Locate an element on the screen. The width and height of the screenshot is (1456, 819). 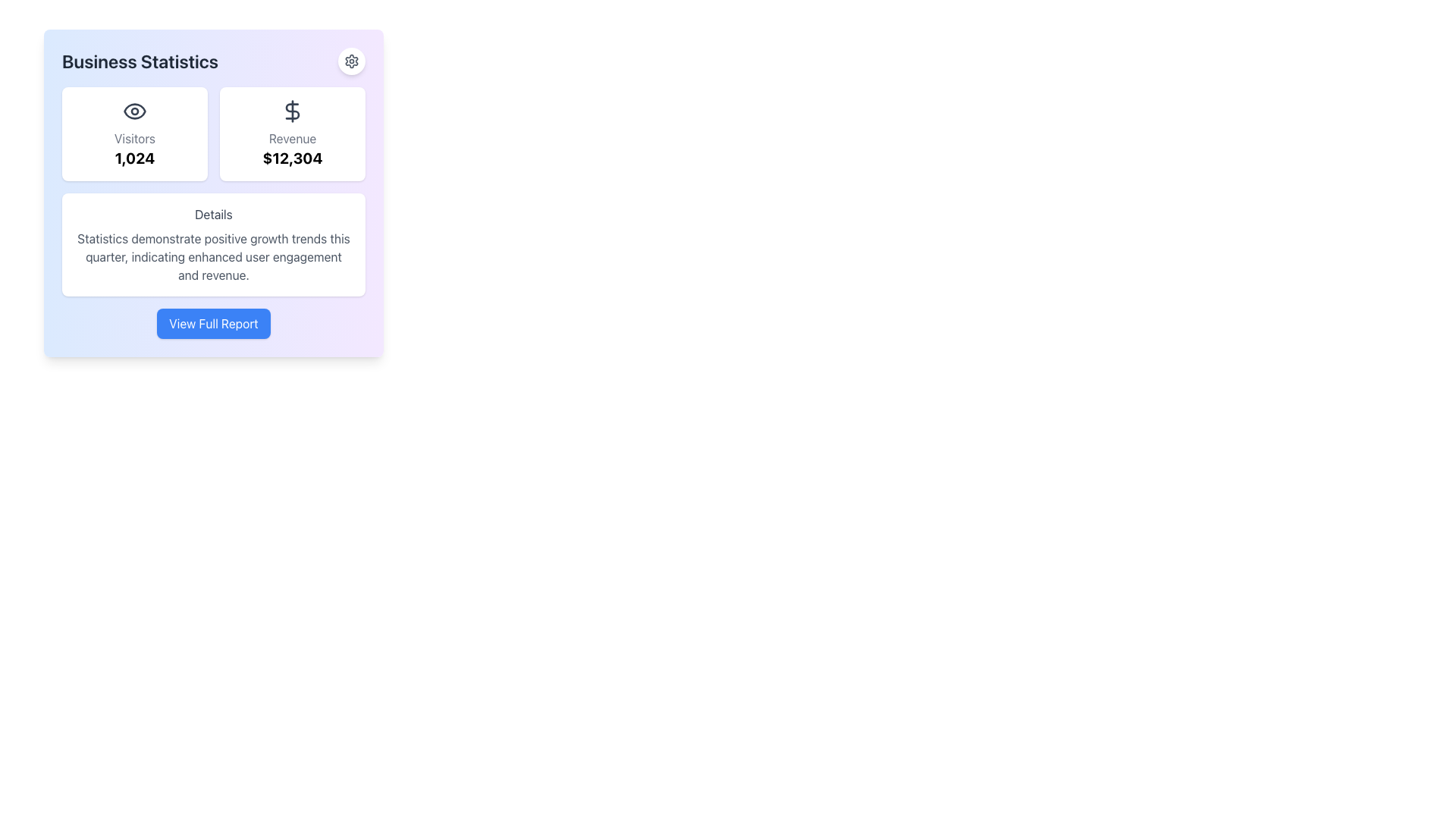
the financial icon located on the right side of the layout, above the text labeled 'Revenue $12,304' is located at coordinates (292, 110).